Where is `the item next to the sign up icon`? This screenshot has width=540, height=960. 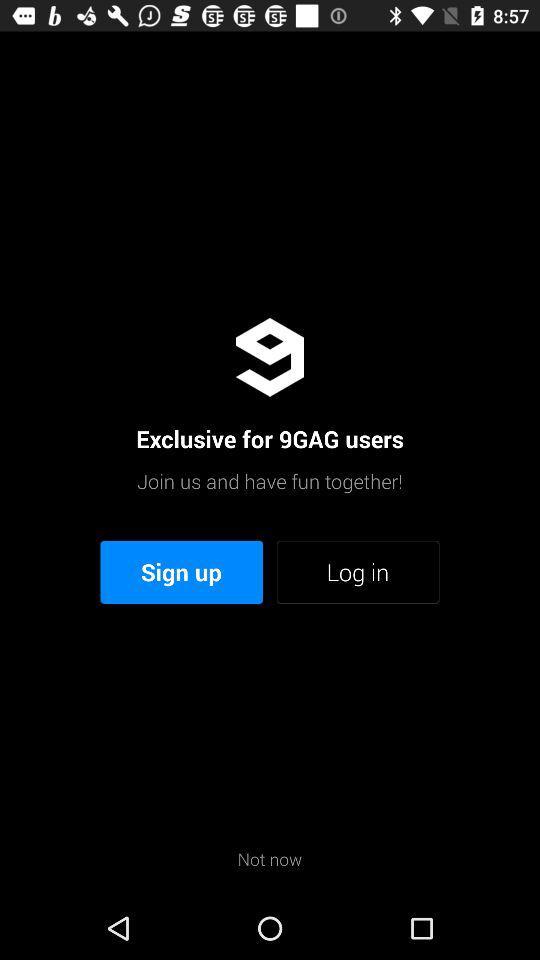
the item next to the sign up icon is located at coordinates (357, 572).